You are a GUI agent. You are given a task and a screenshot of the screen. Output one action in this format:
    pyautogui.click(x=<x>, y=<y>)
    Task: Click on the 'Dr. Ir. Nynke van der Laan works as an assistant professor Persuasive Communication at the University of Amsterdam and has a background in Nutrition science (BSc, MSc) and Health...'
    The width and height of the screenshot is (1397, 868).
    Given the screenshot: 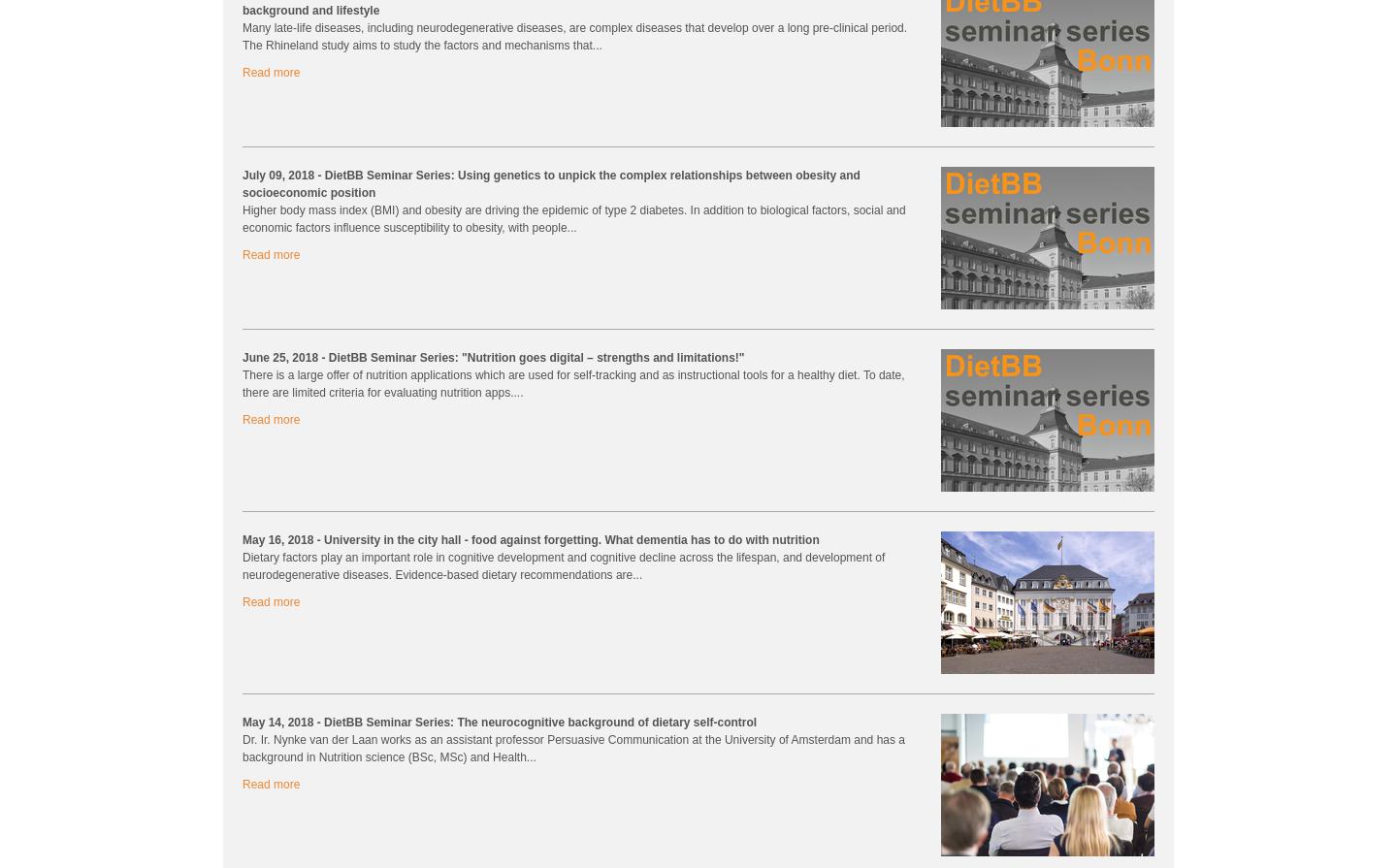 What is the action you would take?
    pyautogui.click(x=572, y=747)
    